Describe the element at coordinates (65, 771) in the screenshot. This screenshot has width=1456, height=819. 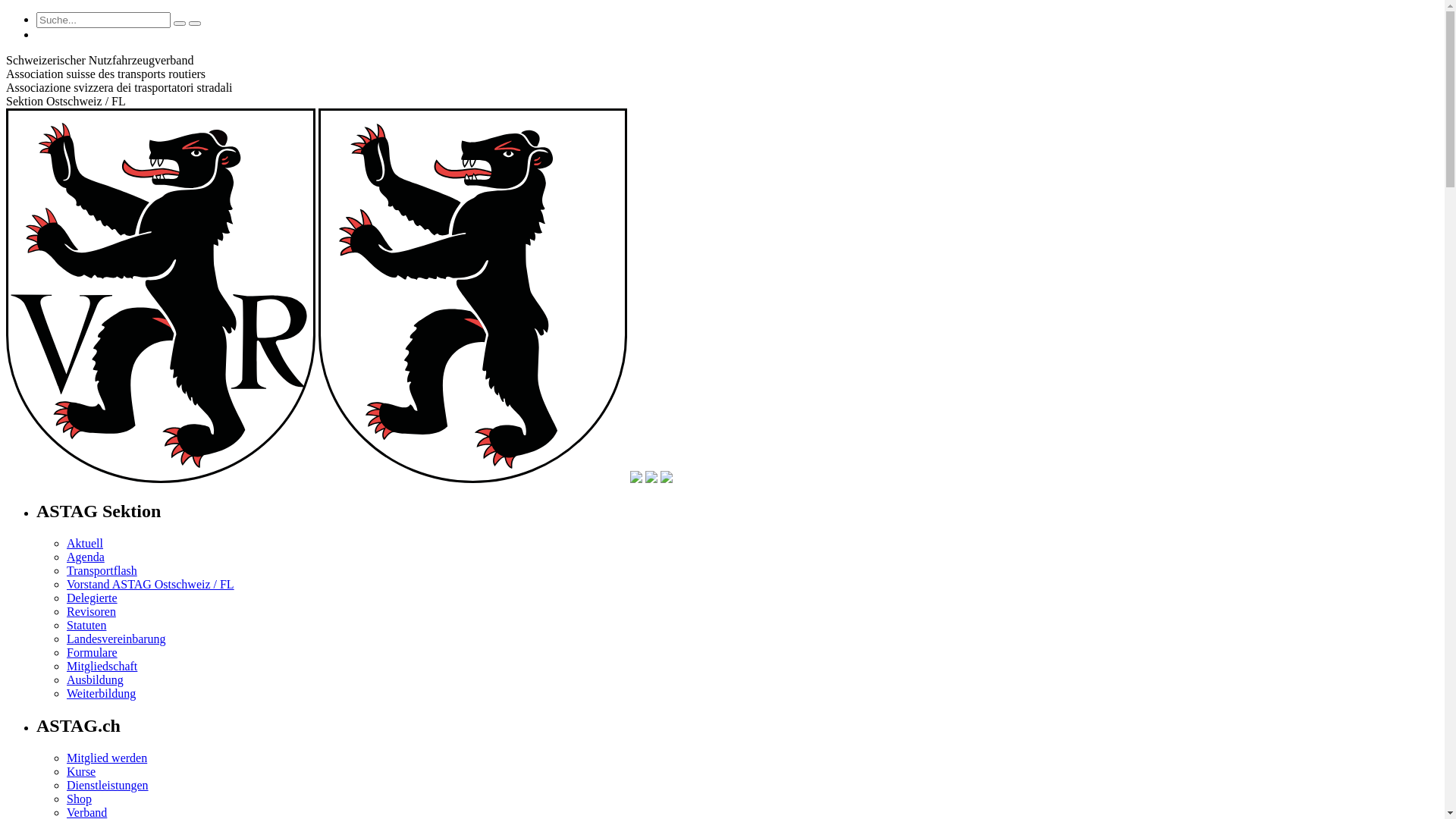
I see `'Kurse'` at that location.